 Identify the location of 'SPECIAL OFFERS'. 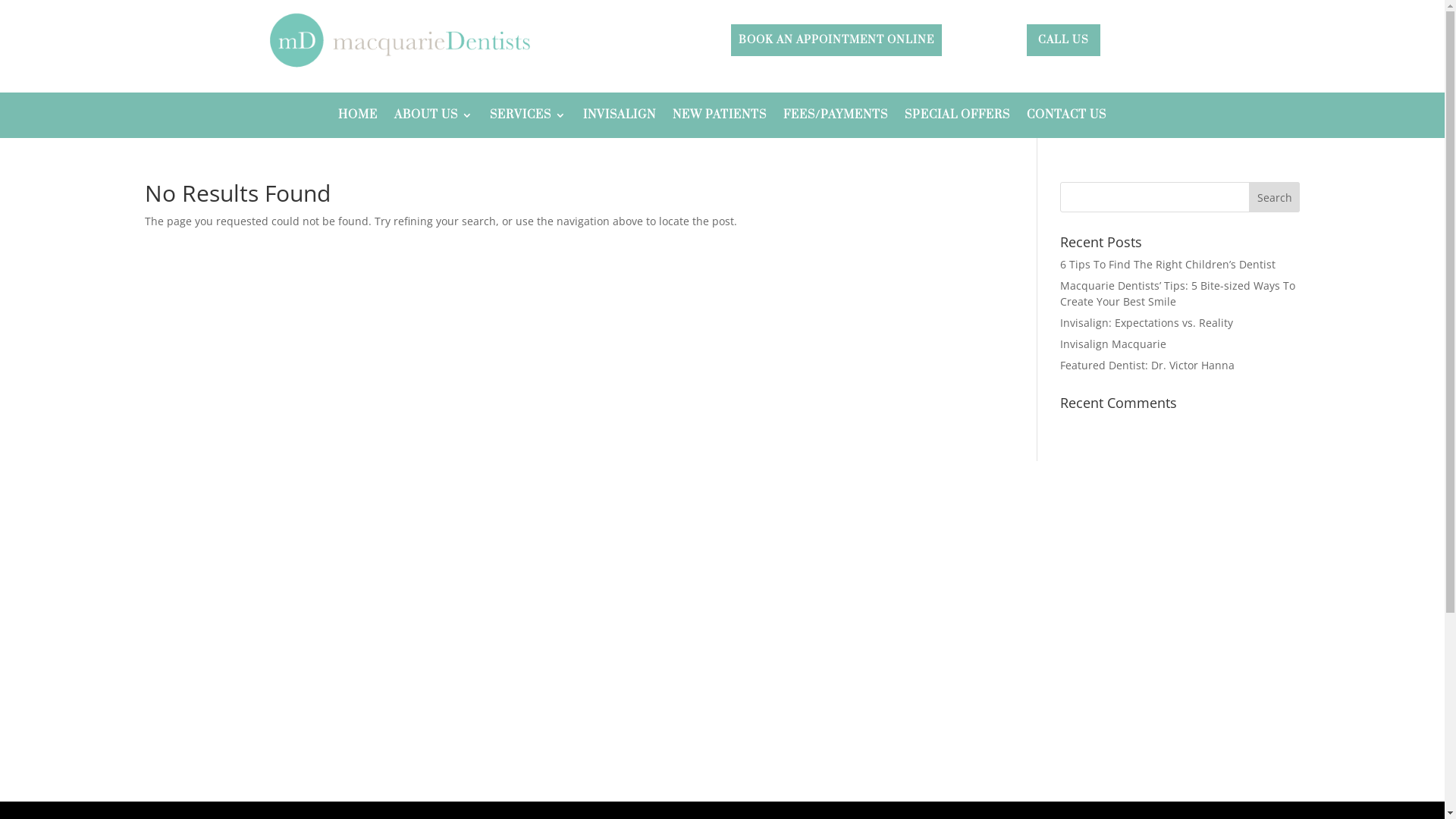
(956, 117).